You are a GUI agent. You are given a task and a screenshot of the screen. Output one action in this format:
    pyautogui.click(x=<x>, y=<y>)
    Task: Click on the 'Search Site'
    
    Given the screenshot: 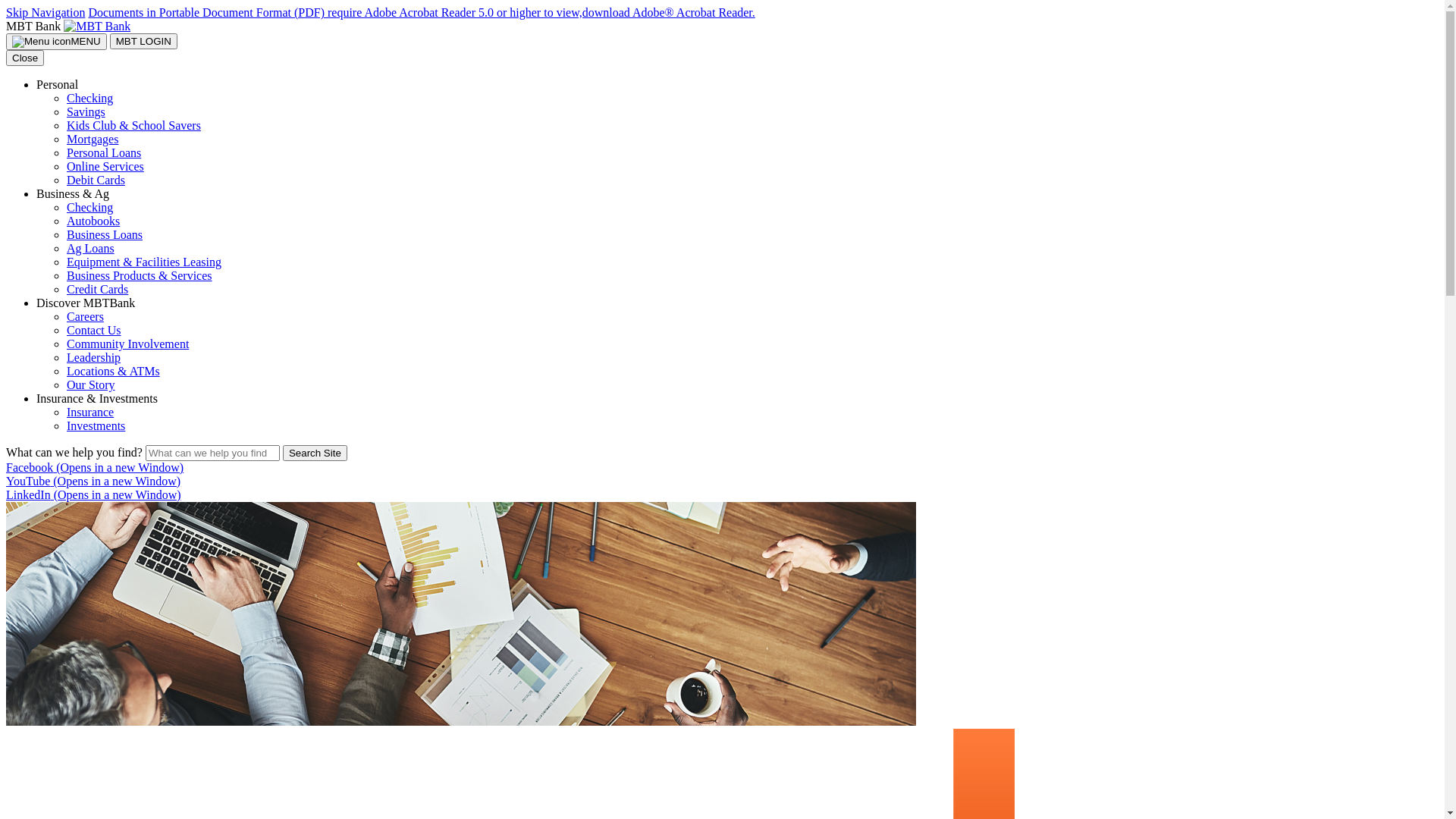 What is the action you would take?
    pyautogui.click(x=283, y=452)
    